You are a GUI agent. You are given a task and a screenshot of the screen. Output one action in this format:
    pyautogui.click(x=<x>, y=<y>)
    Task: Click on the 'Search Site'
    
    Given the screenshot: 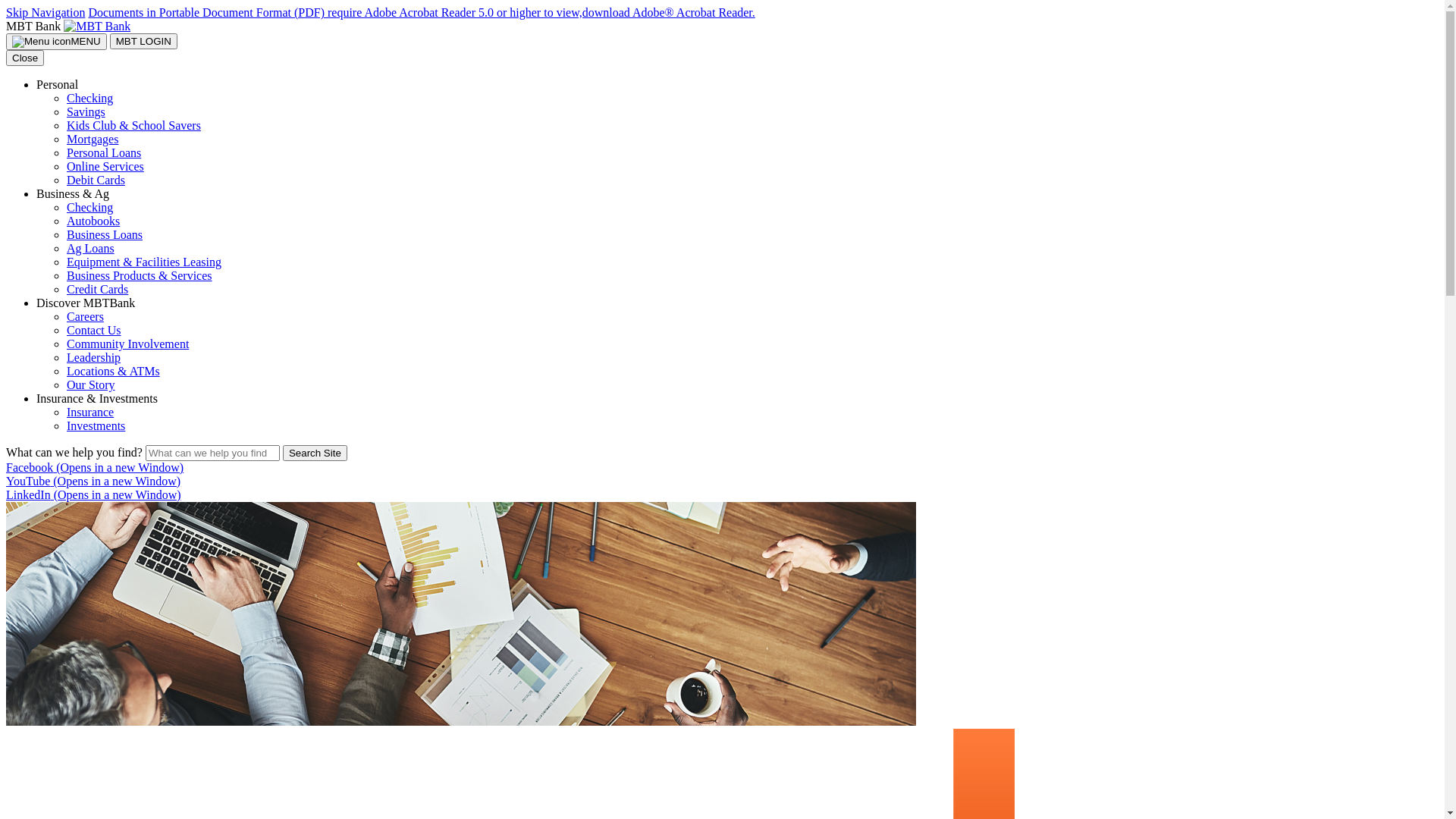 What is the action you would take?
    pyautogui.click(x=283, y=452)
    